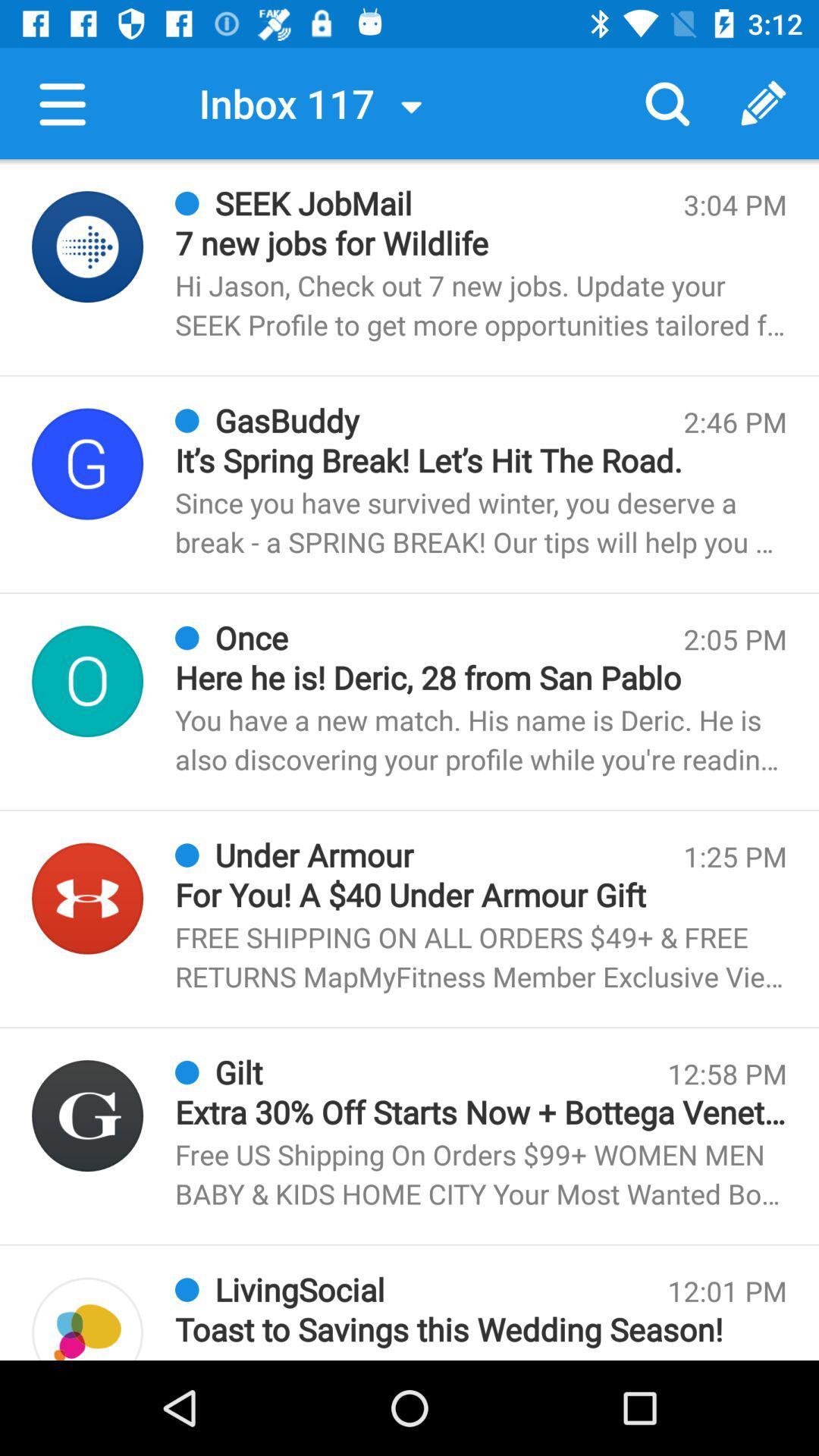 The image size is (819, 1456). Describe the element at coordinates (87, 1318) in the screenshot. I see `the four different color box which is besides the living social` at that location.